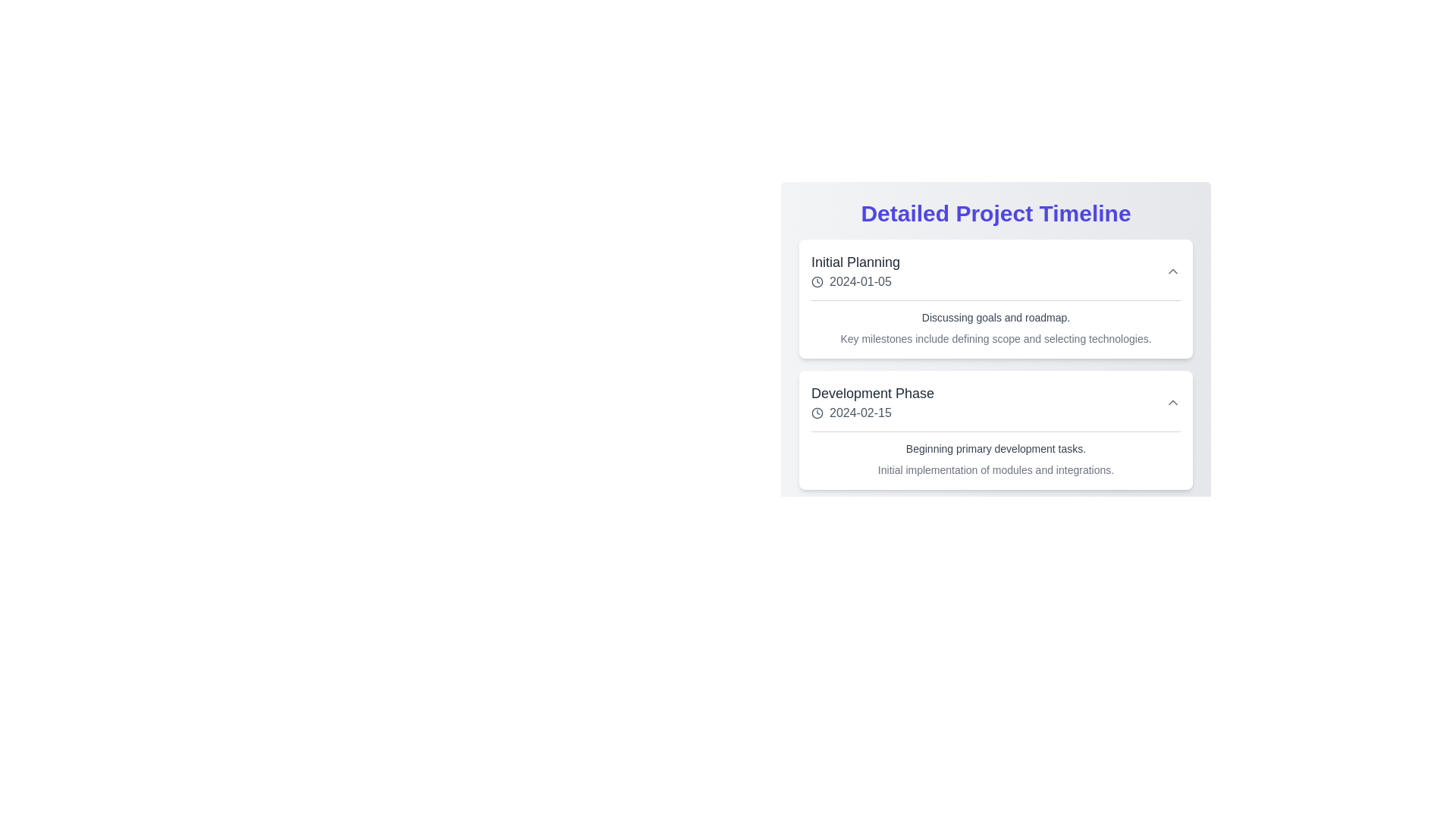 The image size is (1456, 819). I want to click on the chevron up icon located in the top-right corner of the 'Initial Planning 2024-01-05' card, so click(1172, 271).